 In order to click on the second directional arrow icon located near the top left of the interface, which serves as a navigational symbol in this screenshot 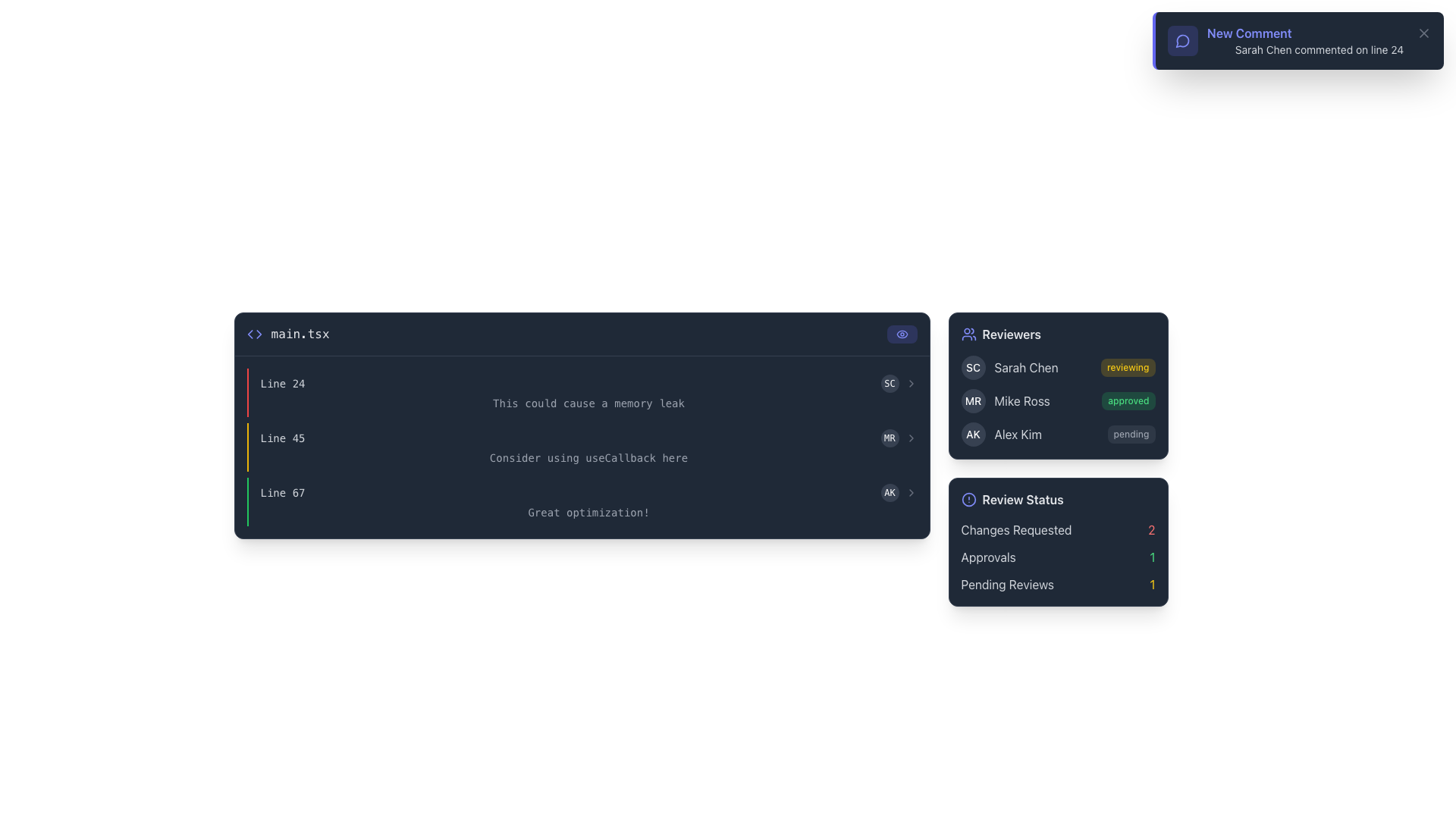, I will do `click(249, 333)`.